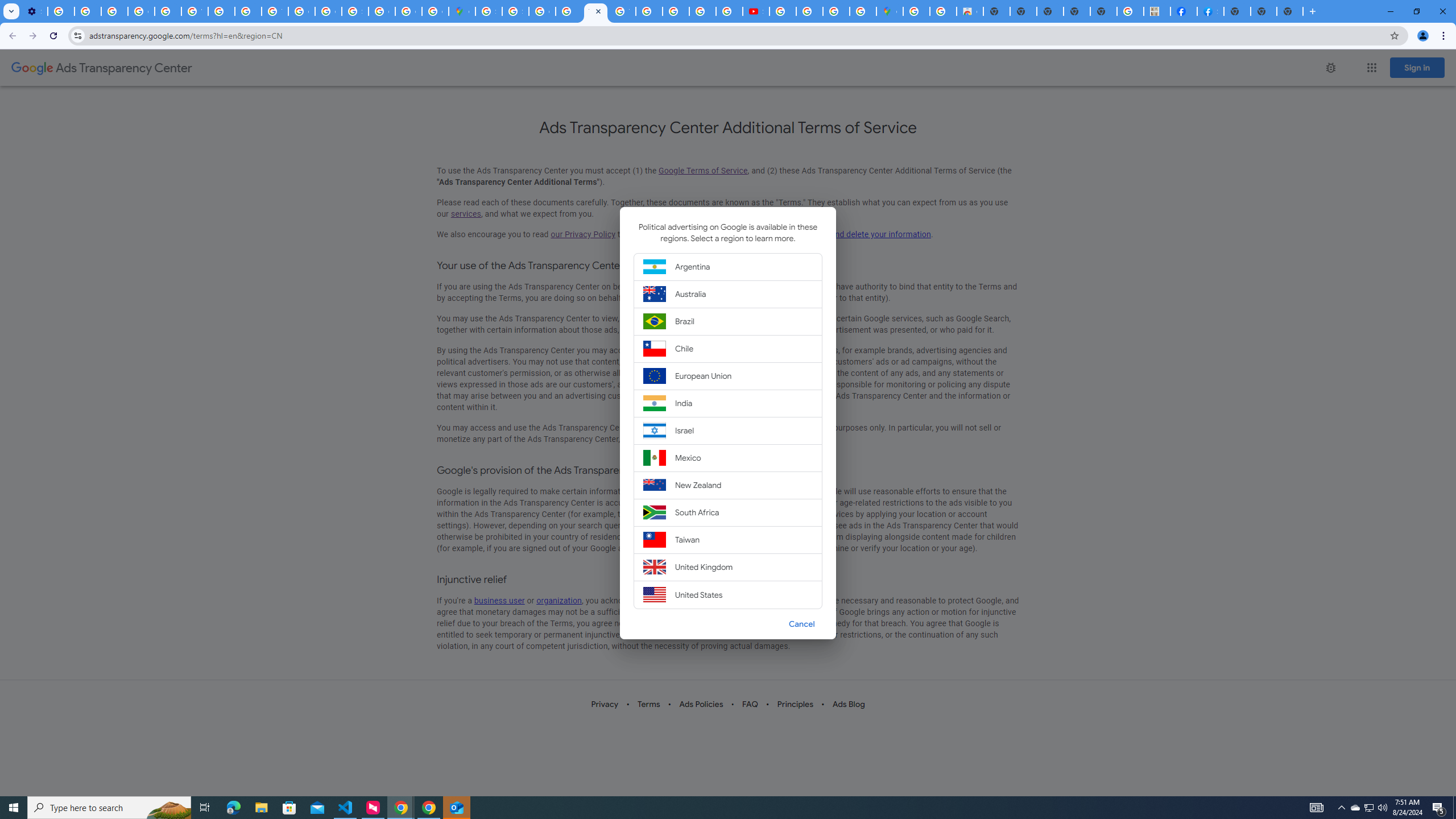  Describe the element at coordinates (464, 213) in the screenshot. I see `'services'` at that location.